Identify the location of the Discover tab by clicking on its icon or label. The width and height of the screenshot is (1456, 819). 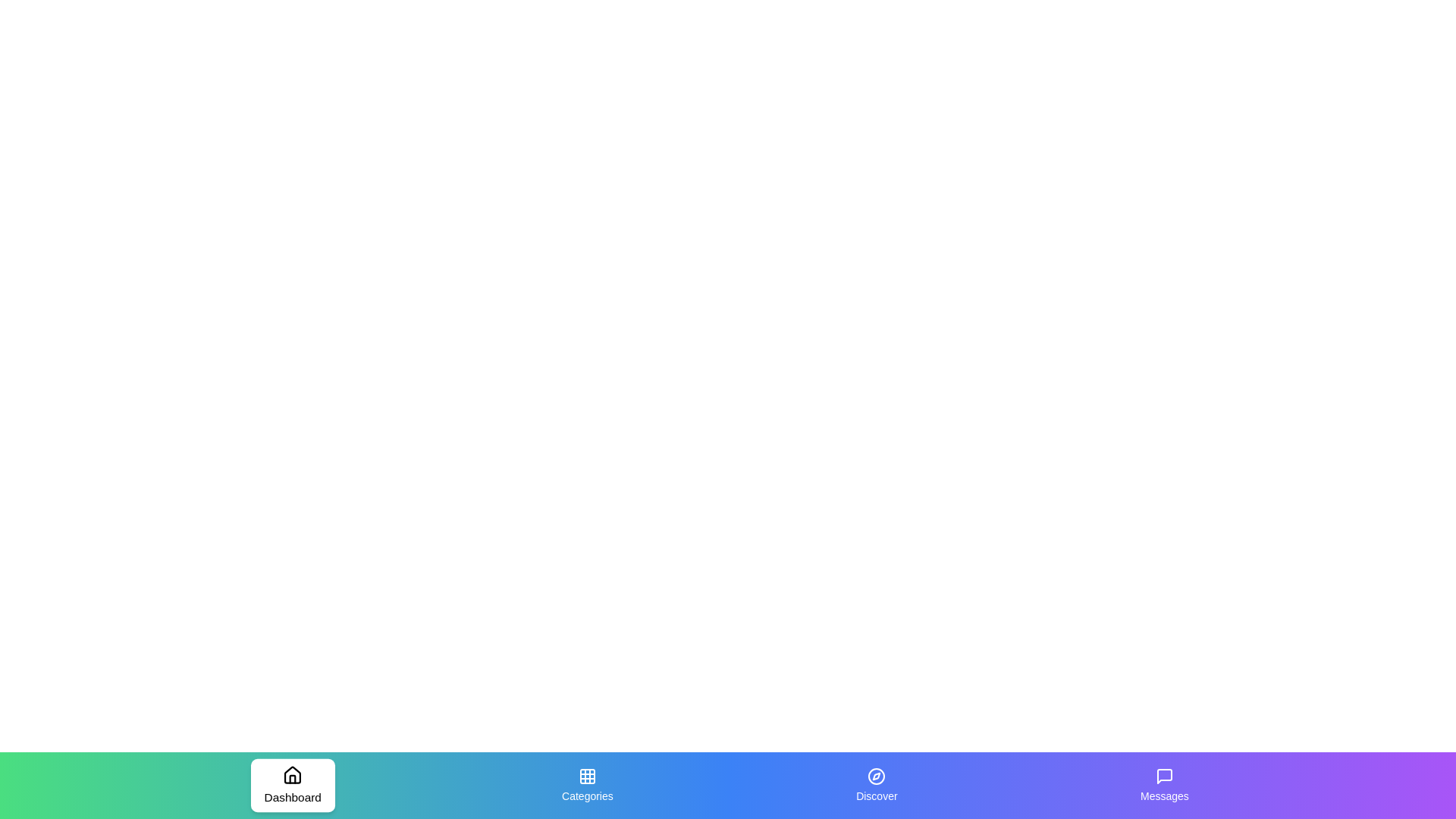
(877, 785).